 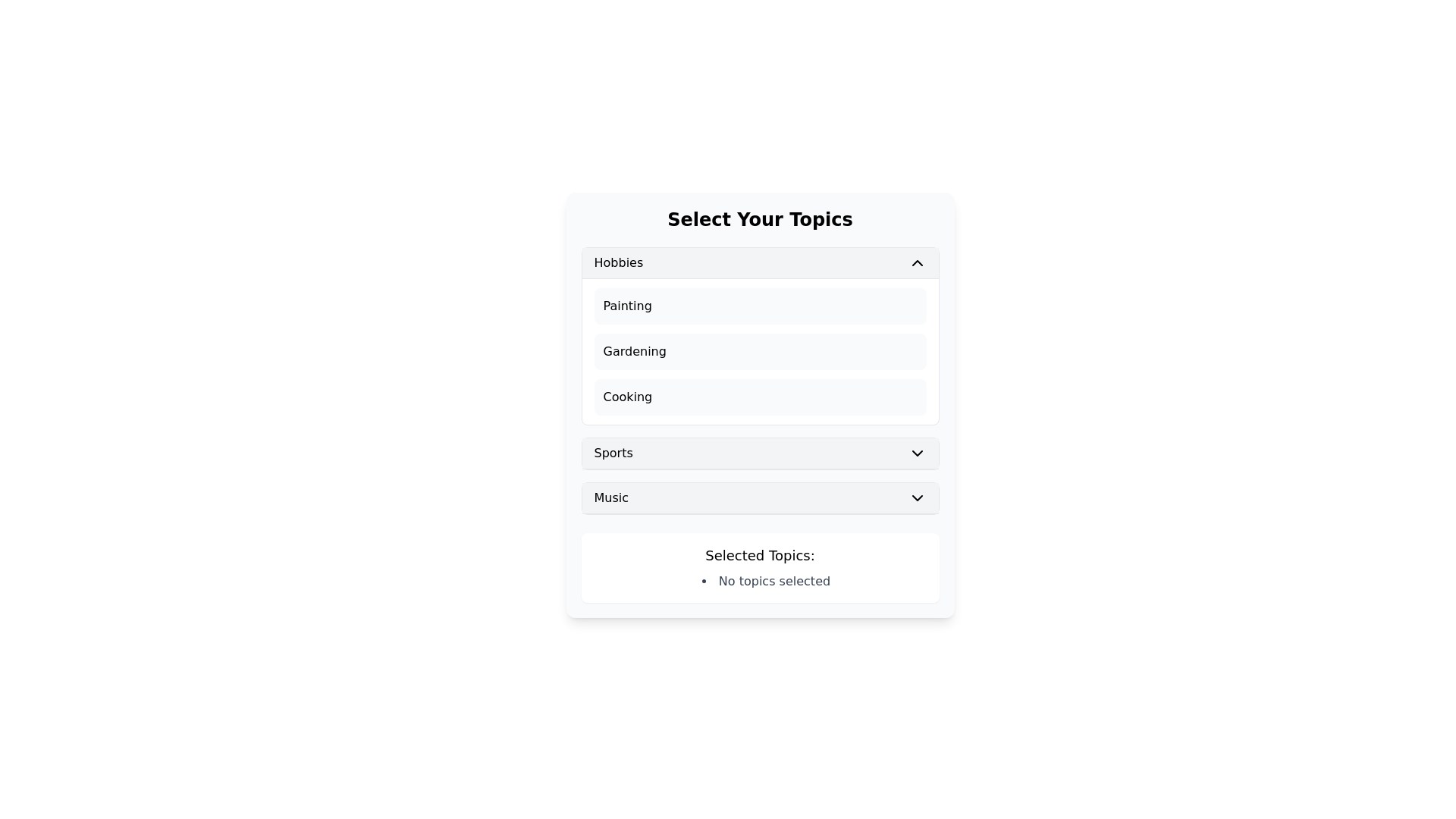 What do you see at coordinates (916, 452) in the screenshot?
I see `the downward-pointing chevron icon located to the far right of the 'Sports' row` at bounding box center [916, 452].